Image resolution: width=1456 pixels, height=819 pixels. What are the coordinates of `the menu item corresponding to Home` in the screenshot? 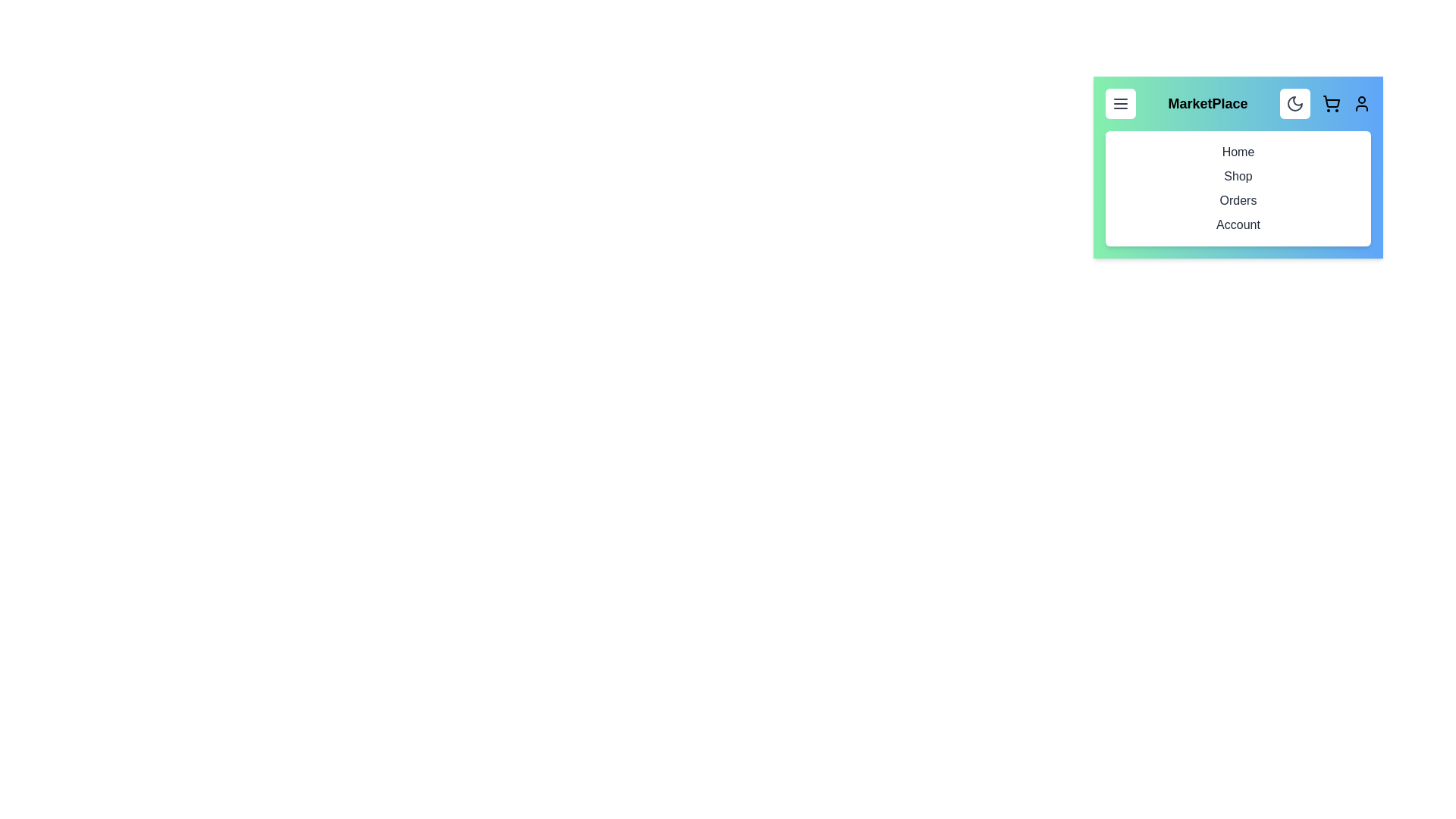 It's located at (1238, 152).